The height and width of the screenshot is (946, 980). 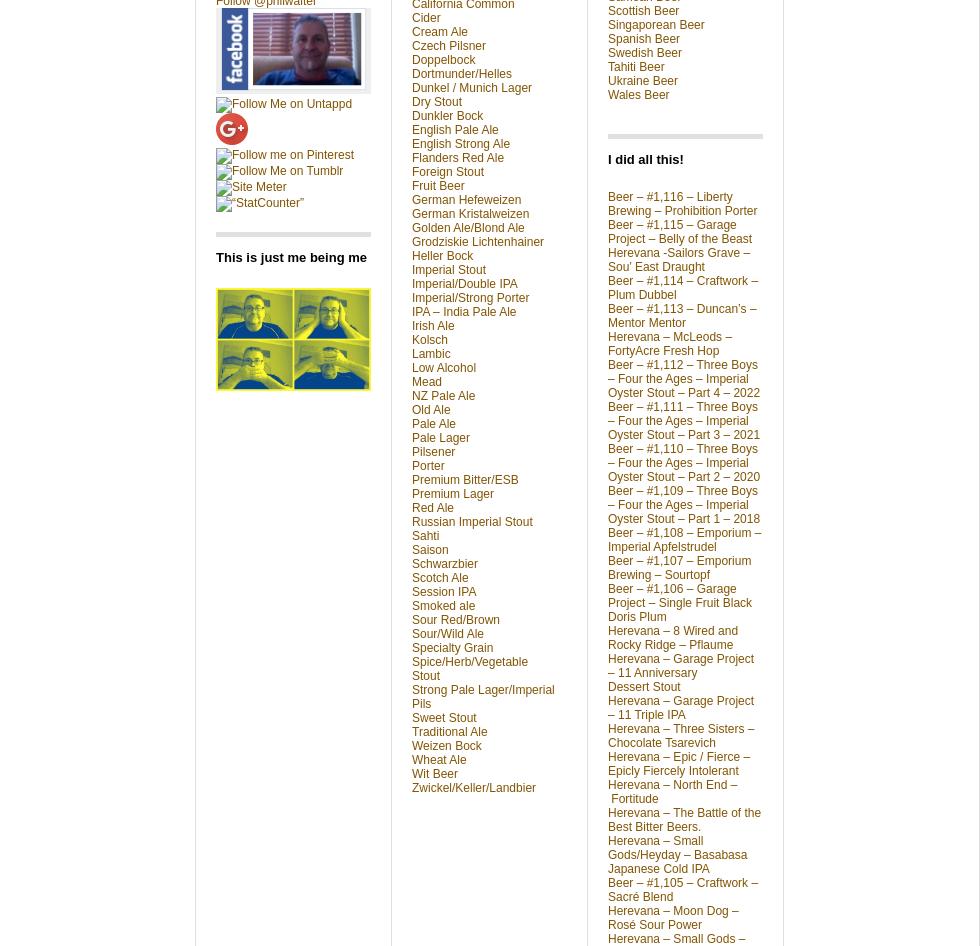 I want to click on 'Lambic', so click(x=431, y=353).